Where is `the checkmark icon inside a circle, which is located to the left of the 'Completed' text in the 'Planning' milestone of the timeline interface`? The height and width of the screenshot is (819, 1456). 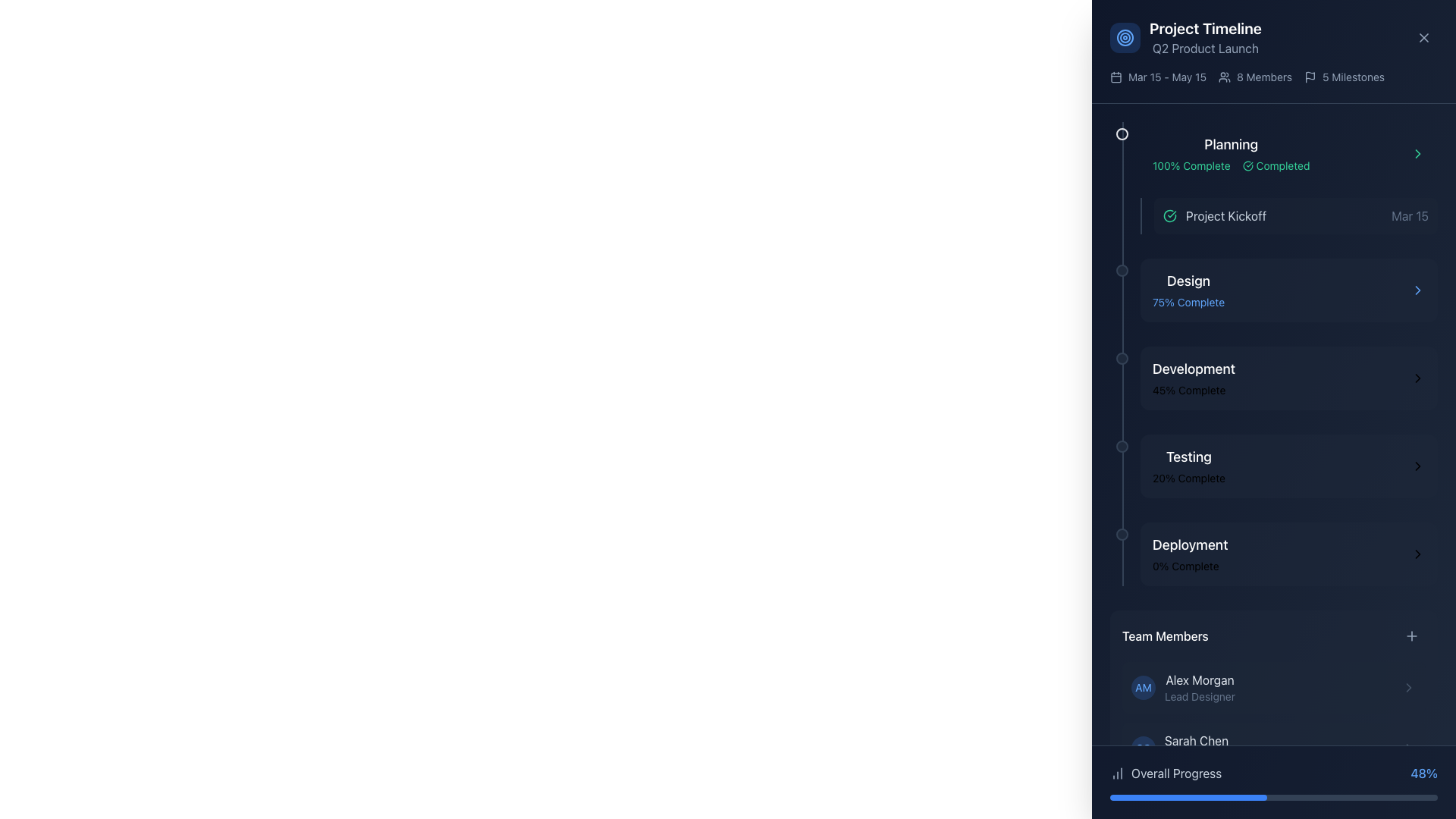
the checkmark icon inside a circle, which is located to the left of the 'Completed' text in the 'Planning' milestone of the timeline interface is located at coordinates (1247, 166).